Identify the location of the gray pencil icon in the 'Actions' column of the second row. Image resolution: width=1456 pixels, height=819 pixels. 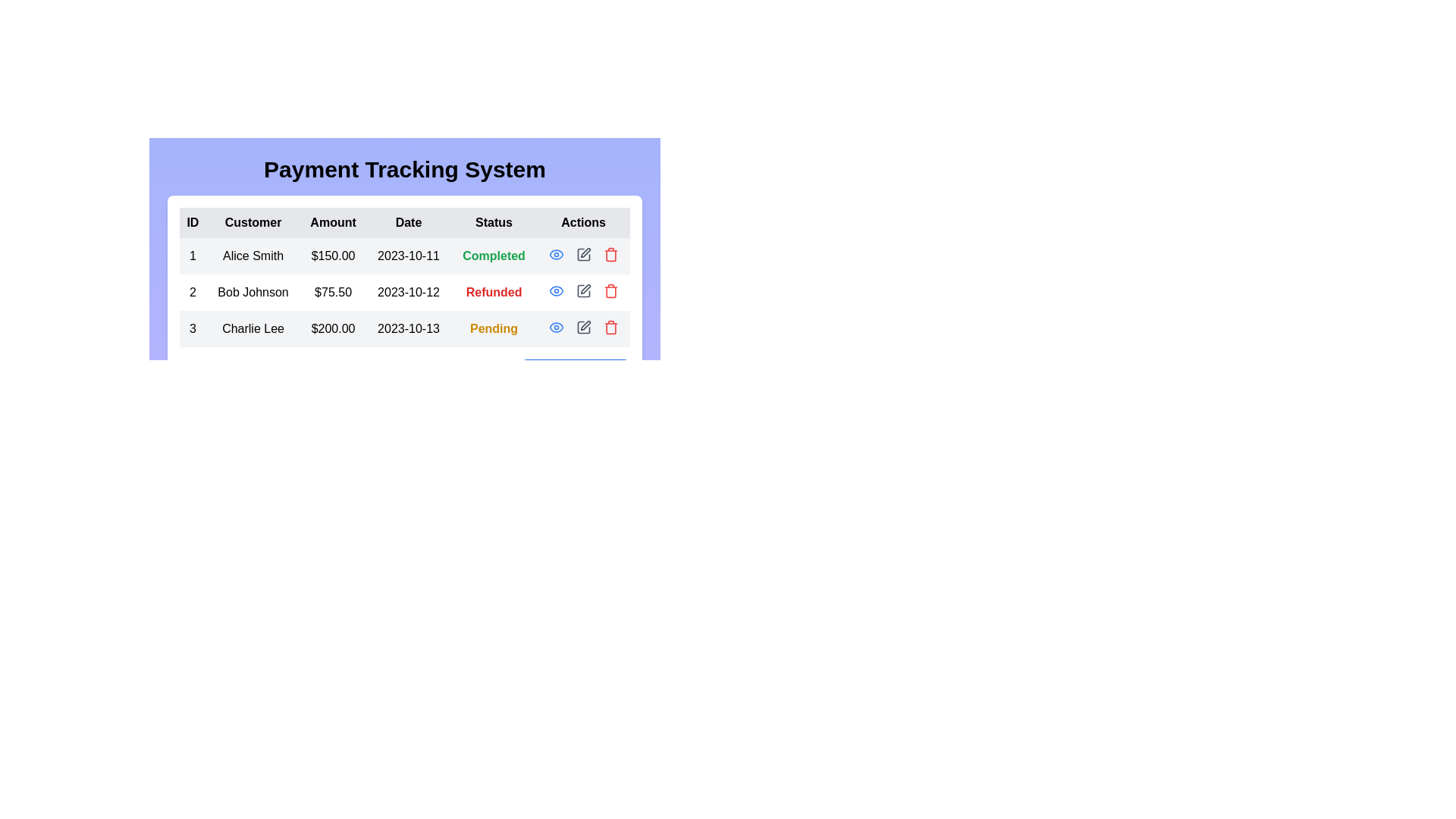
(582, 291).